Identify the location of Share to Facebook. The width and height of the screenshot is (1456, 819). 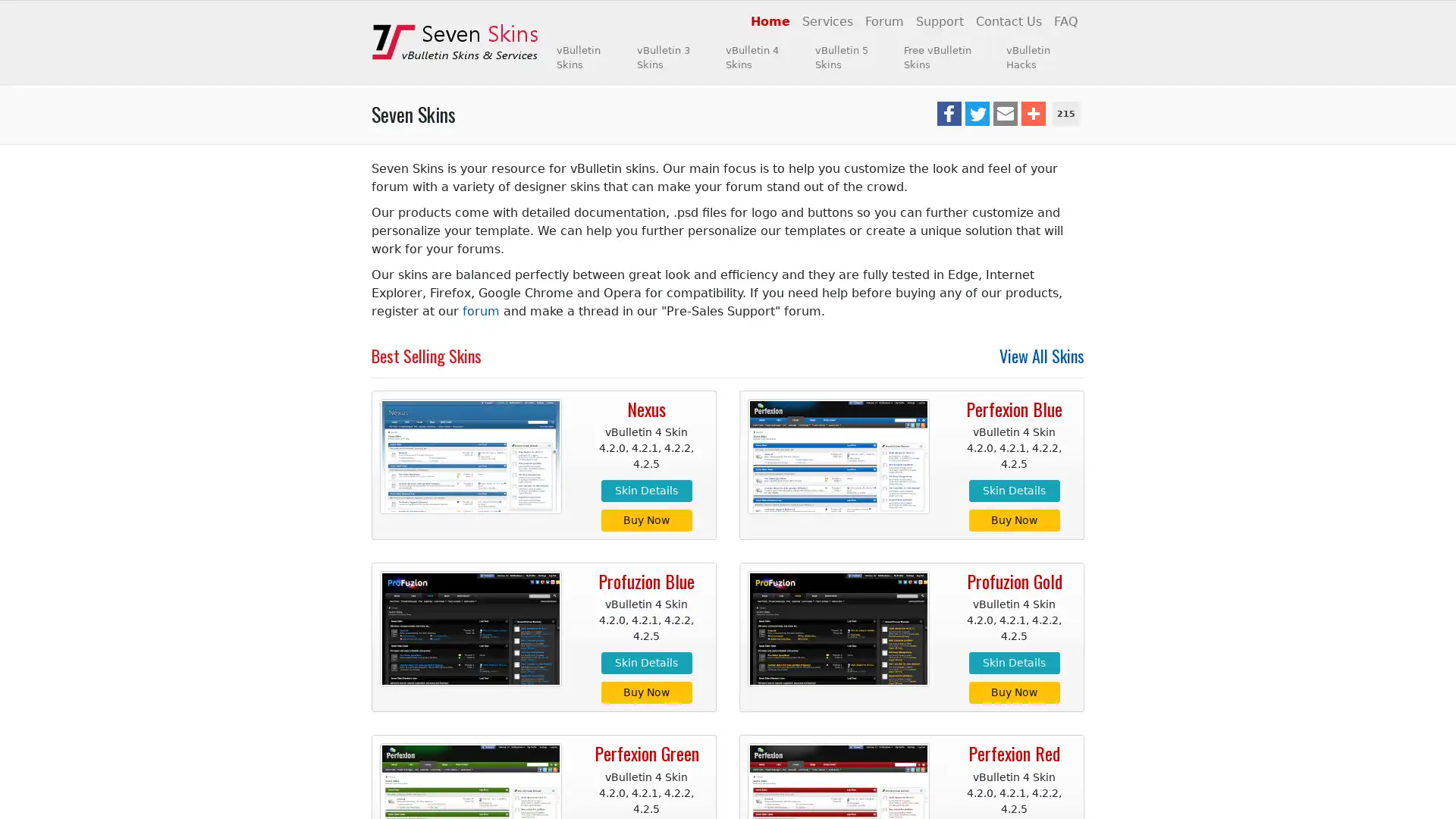
(948, 113).